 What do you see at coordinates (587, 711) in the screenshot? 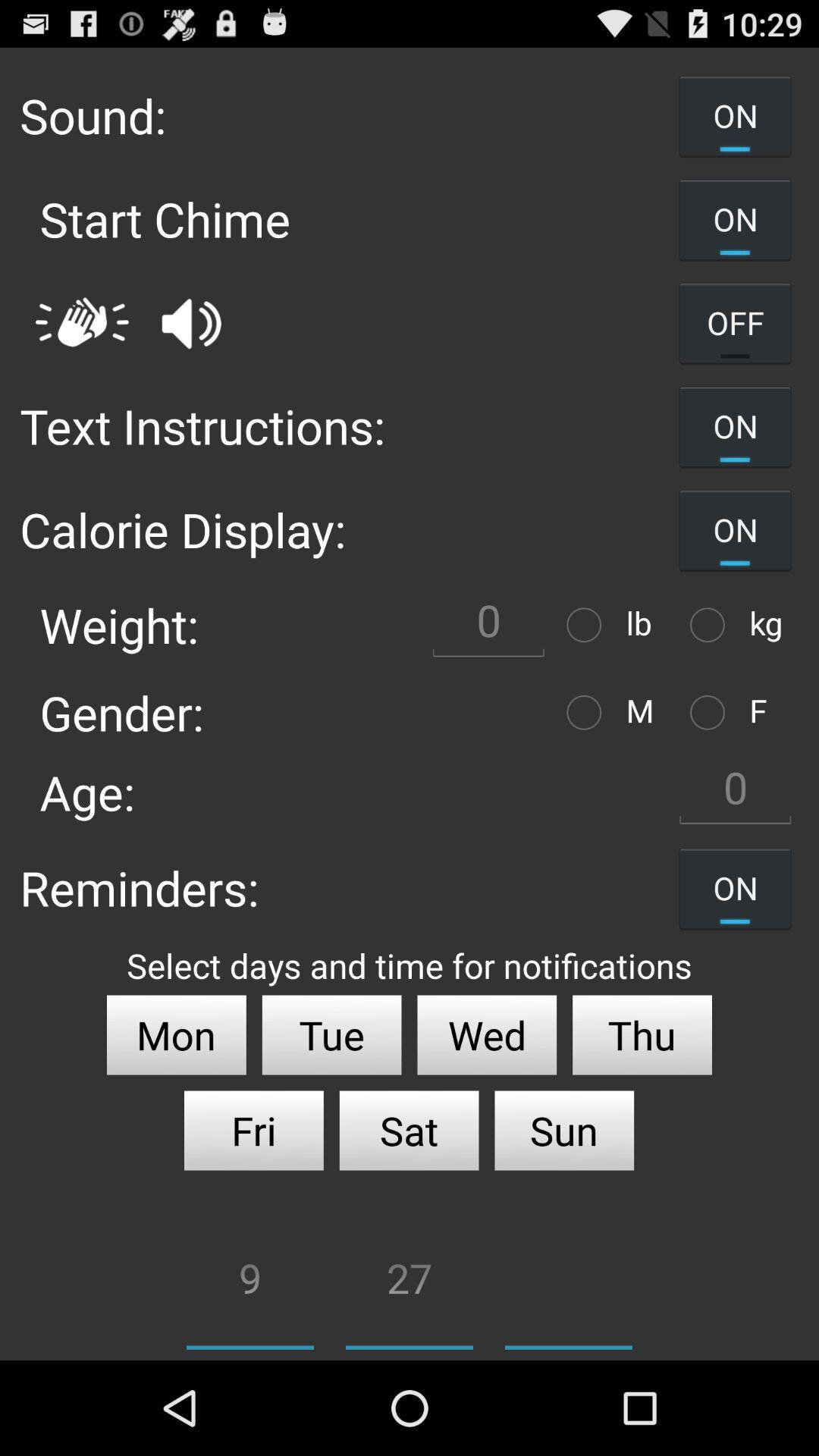
I see `male gender` at bounding box center [587, 711].